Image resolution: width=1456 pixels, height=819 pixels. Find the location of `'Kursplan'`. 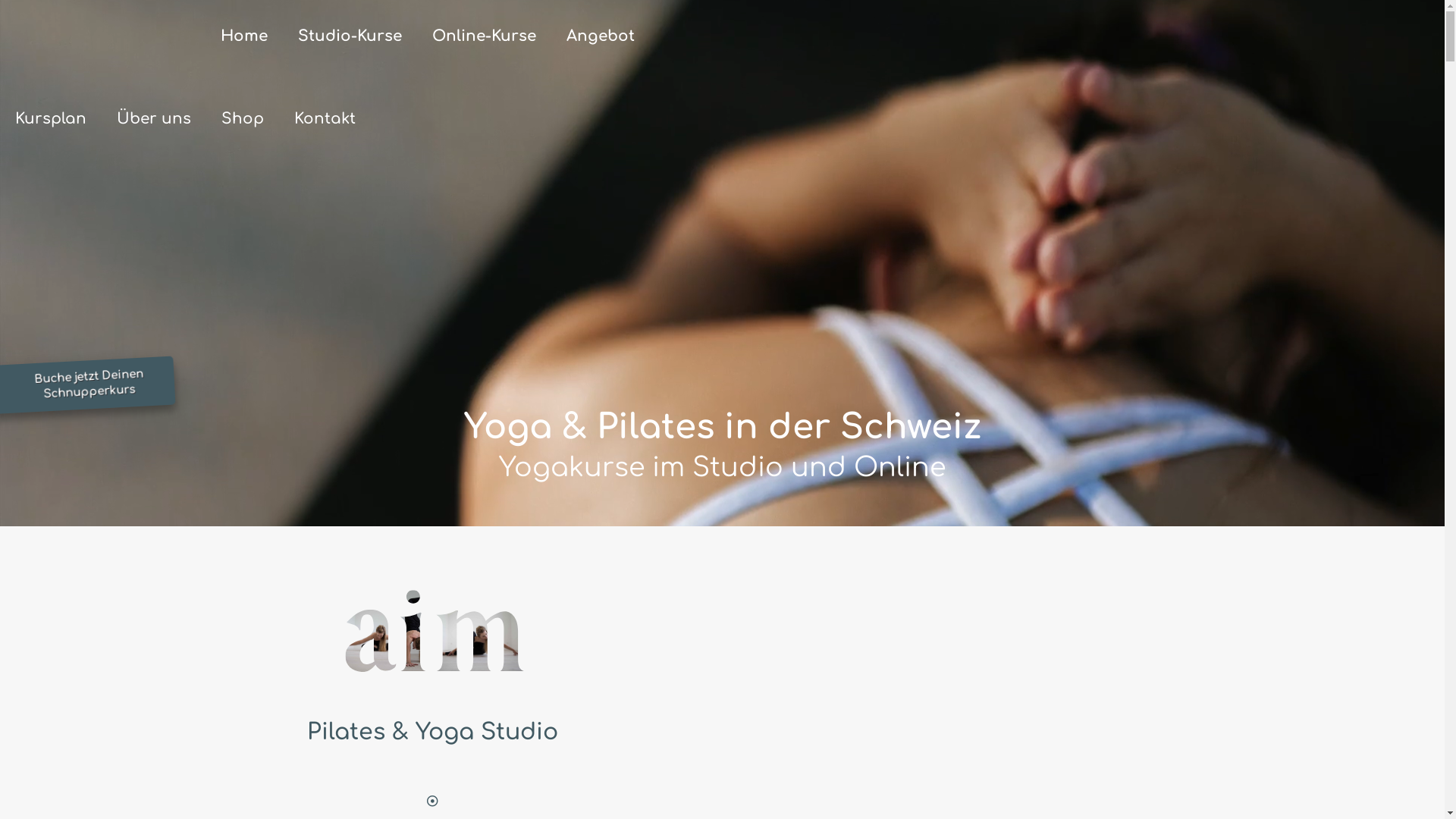

'Kursplan' is located at coordinates (51, 118).